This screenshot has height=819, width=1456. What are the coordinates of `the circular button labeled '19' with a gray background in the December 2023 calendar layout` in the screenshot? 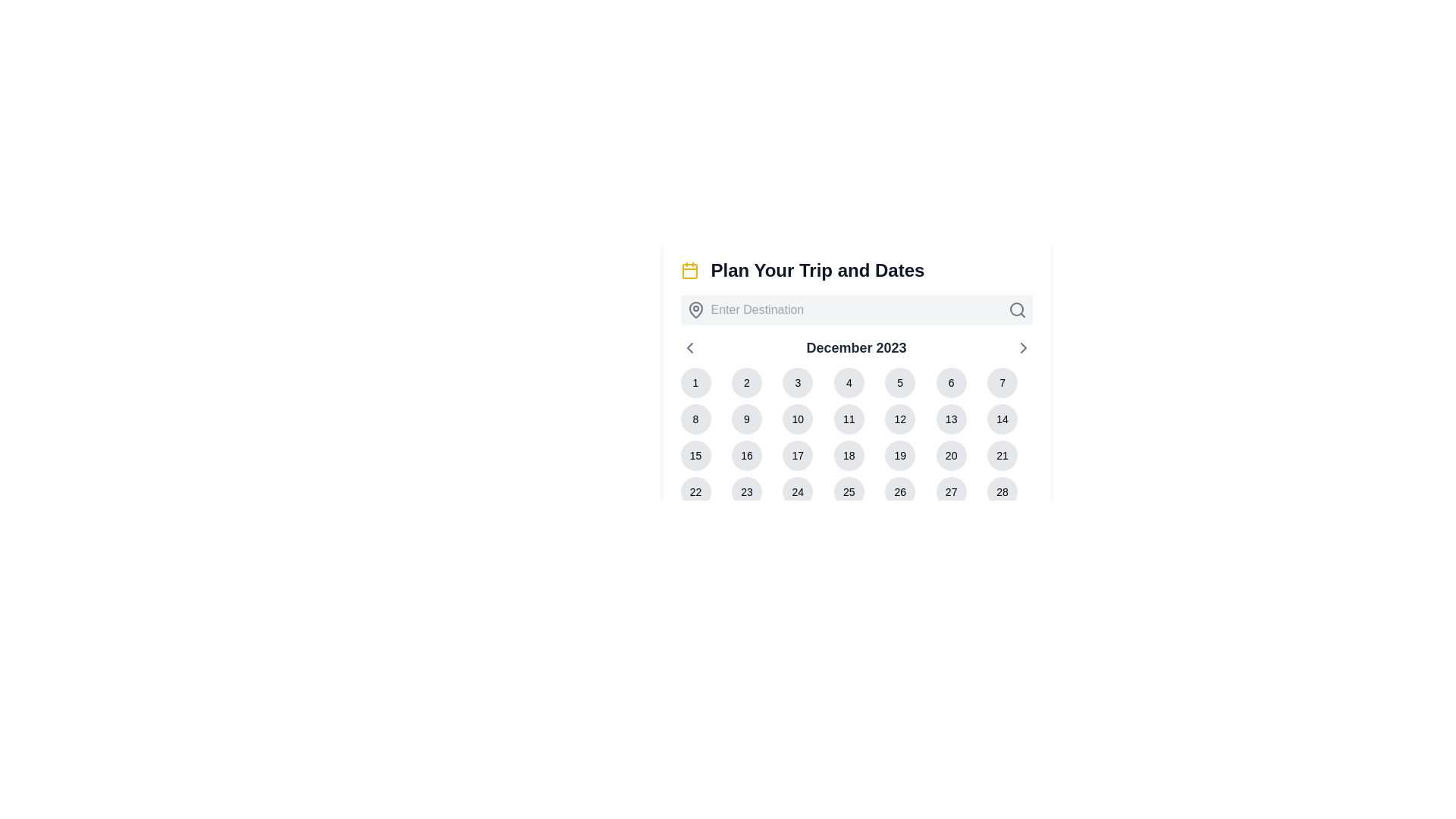 It's located at (900, 455).